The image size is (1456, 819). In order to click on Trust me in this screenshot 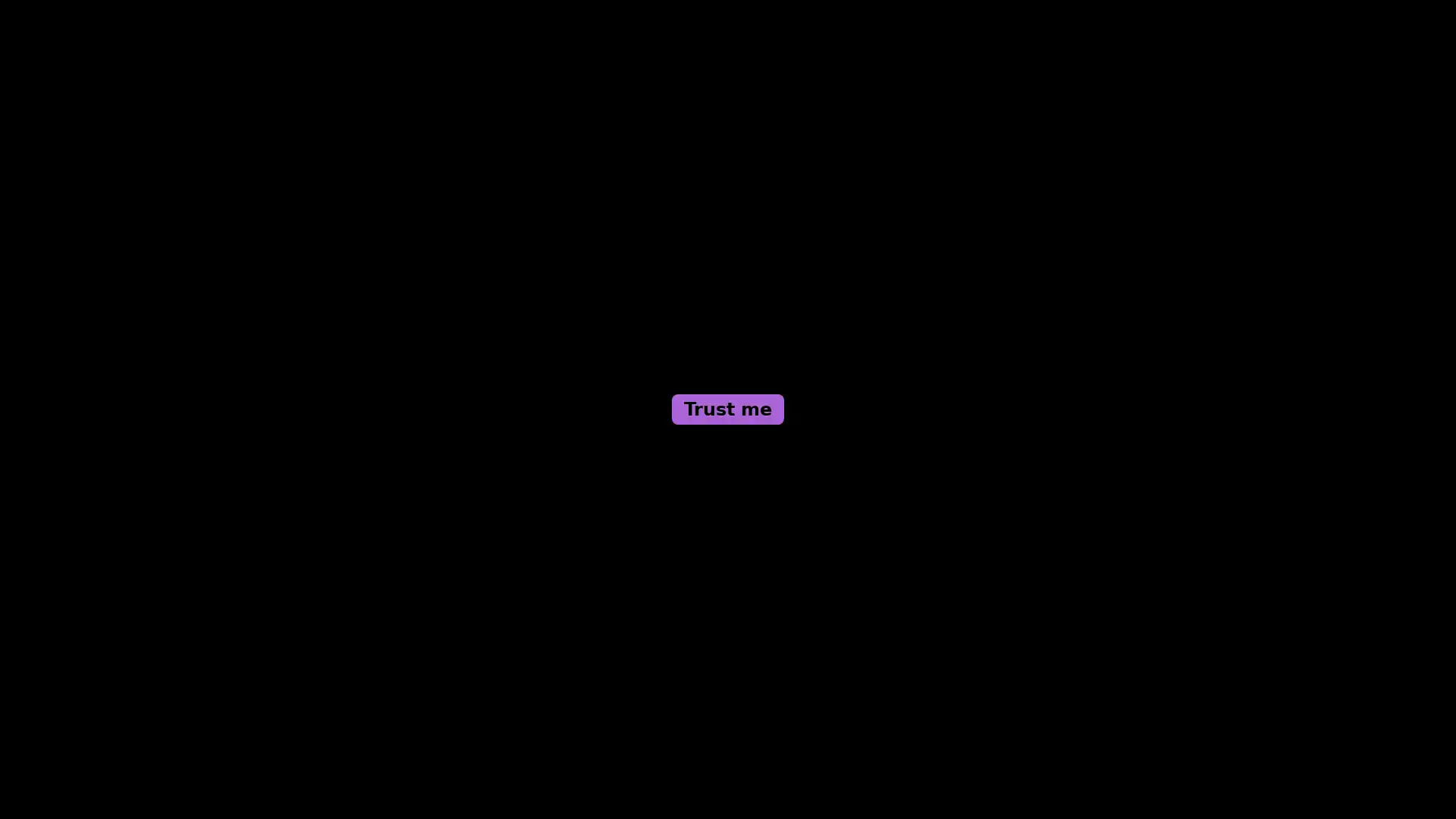, I will do `click(728, 409)`.